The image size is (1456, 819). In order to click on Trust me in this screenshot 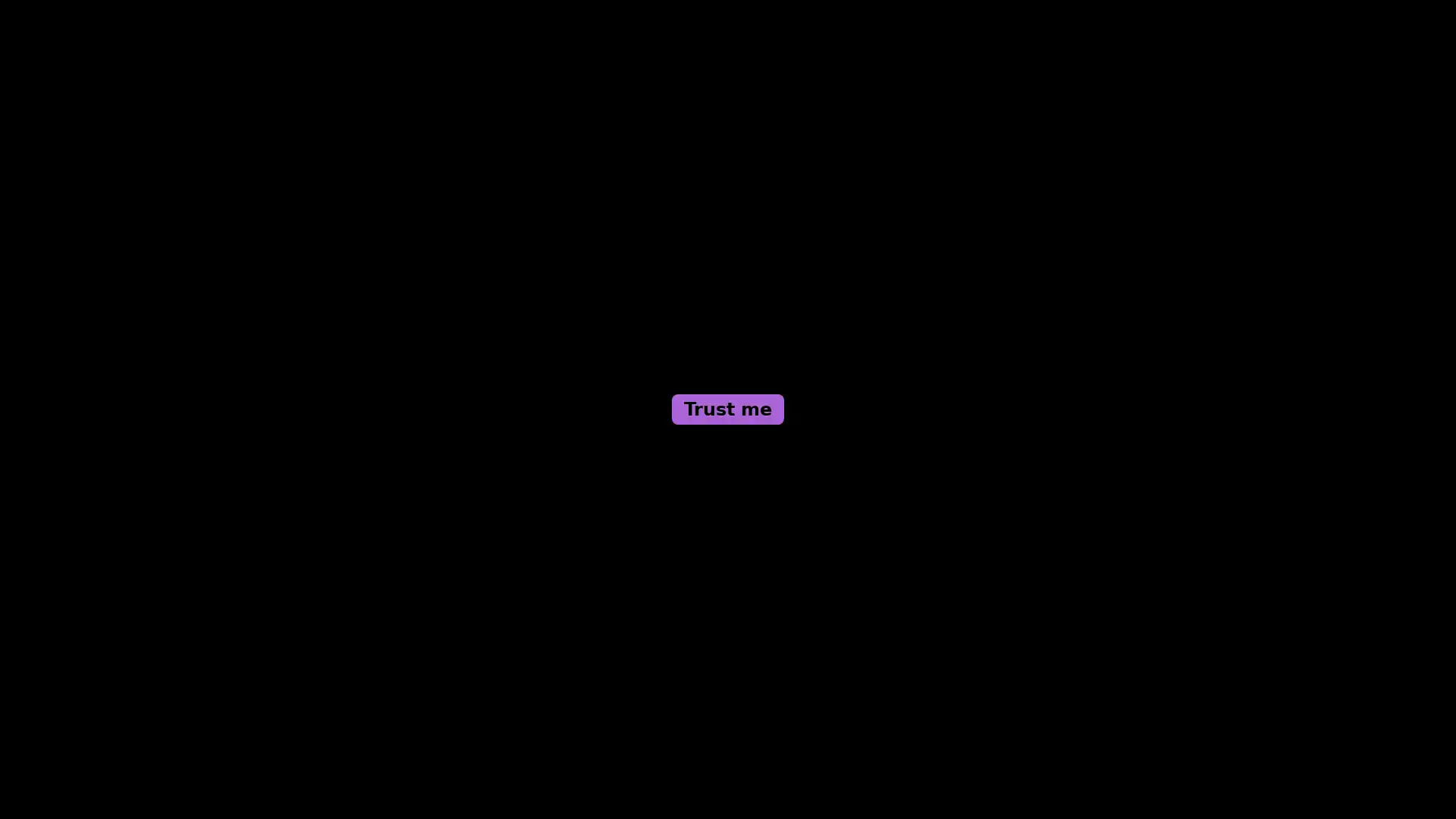, I will do `click(728, 409)`.